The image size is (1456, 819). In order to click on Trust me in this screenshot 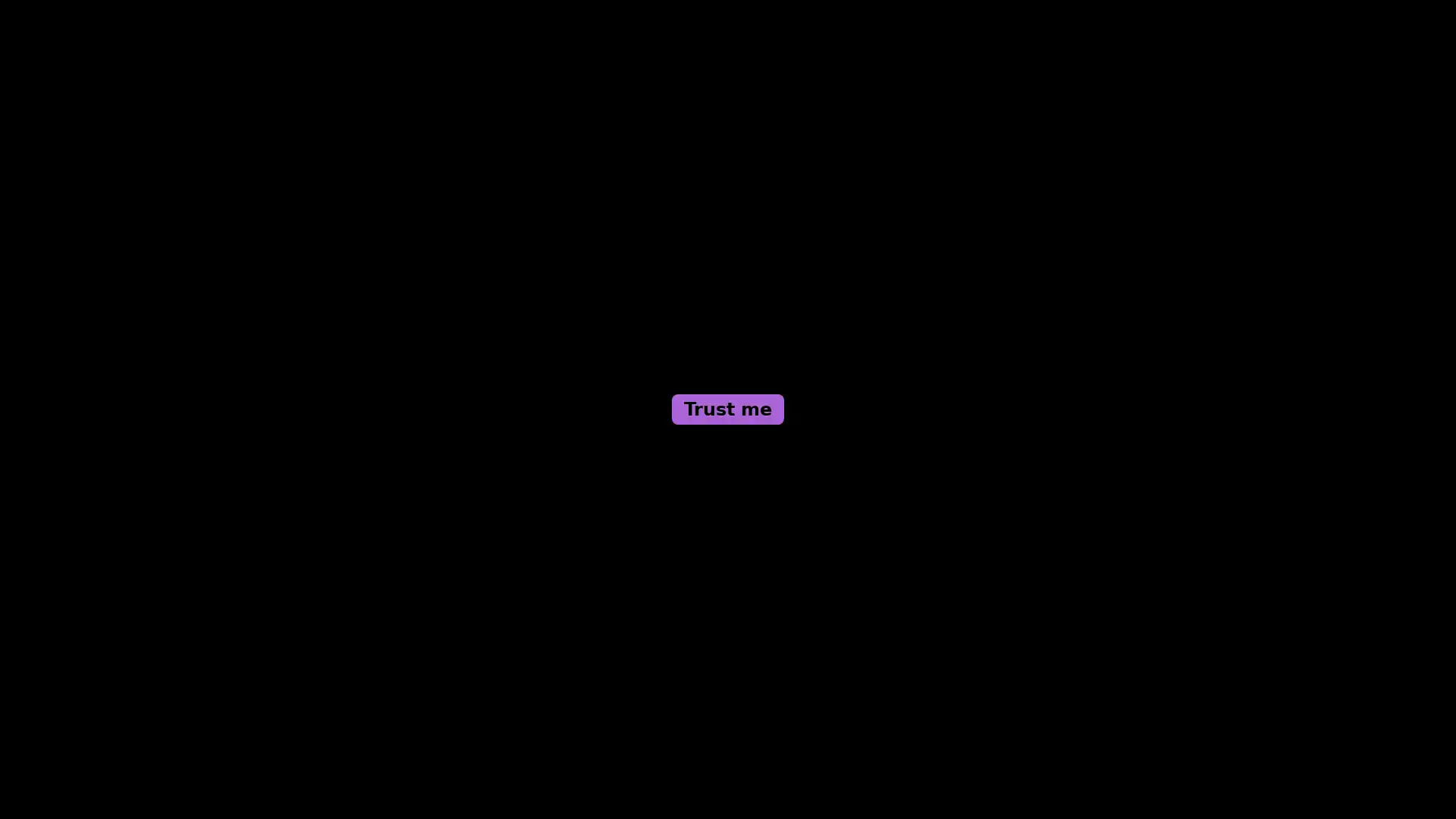, I will do `click(728, 409)`.